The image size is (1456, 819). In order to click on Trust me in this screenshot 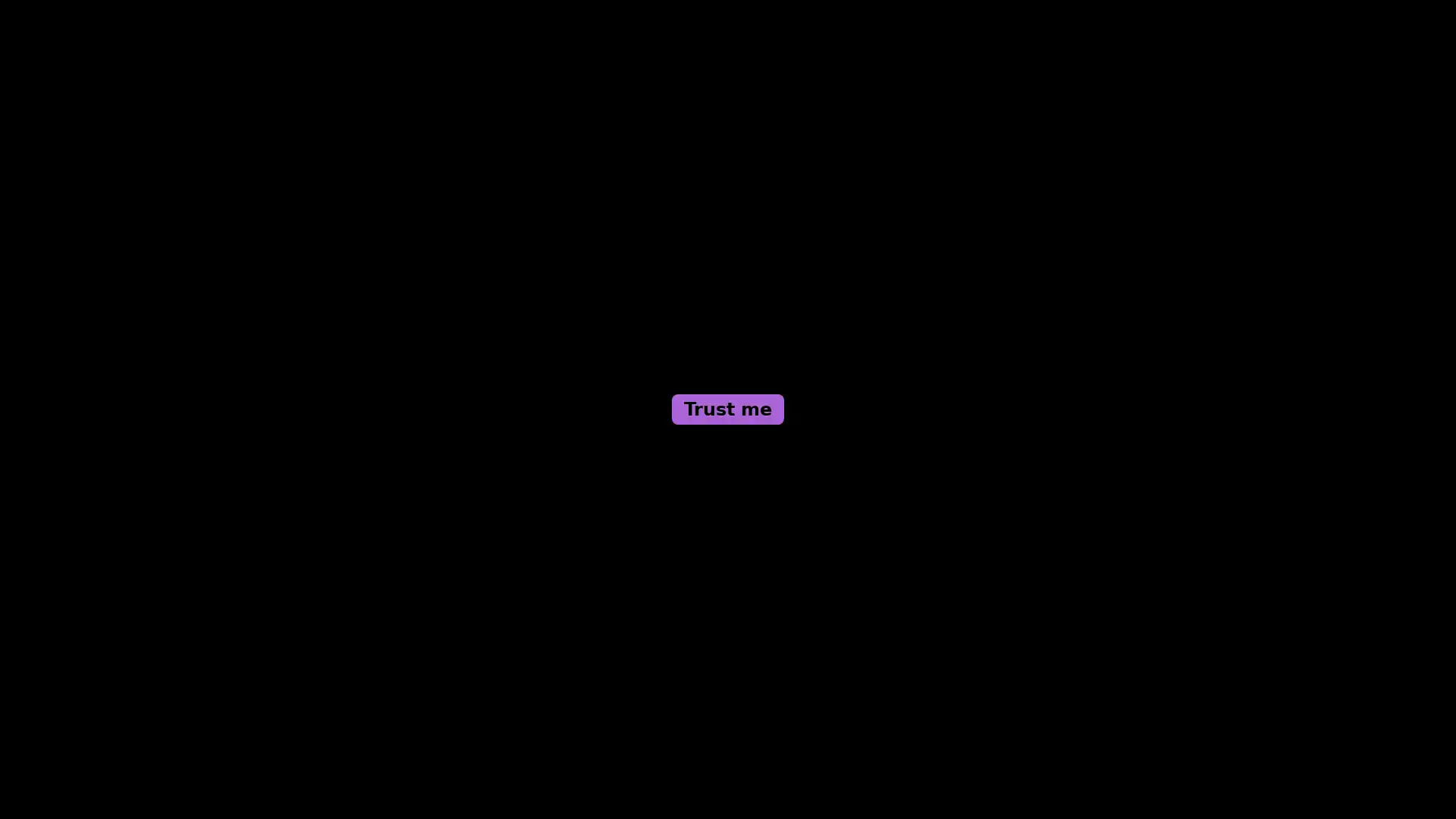, I will do `click(728, 409)`.